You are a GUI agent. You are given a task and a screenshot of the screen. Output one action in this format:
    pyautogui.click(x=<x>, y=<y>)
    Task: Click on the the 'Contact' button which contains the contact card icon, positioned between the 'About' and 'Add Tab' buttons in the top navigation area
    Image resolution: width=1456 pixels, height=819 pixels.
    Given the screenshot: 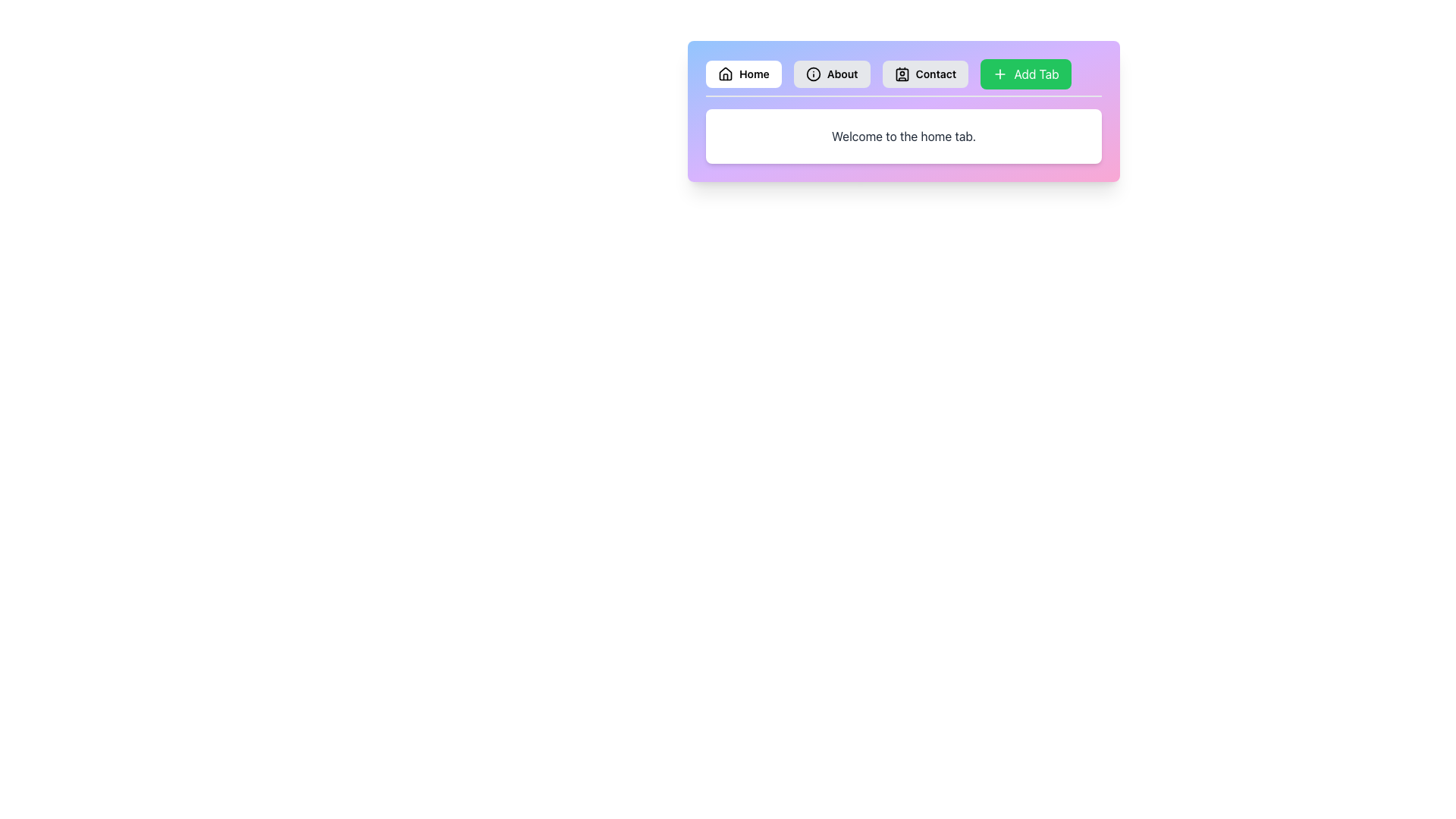 What is the action you would take?
    pyautogui.click(x=902, y=74)
    